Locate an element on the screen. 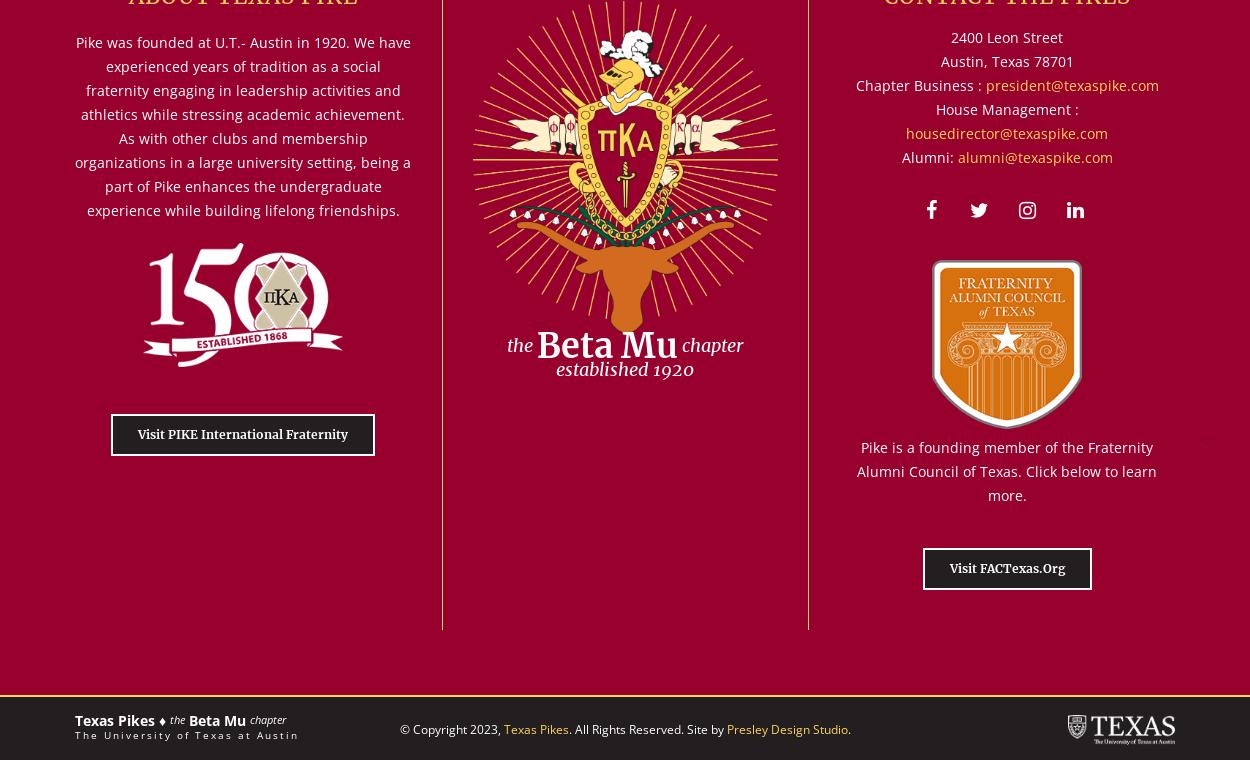  'Visit PIKE International Fraternity' is located at coordinates (242, 433).